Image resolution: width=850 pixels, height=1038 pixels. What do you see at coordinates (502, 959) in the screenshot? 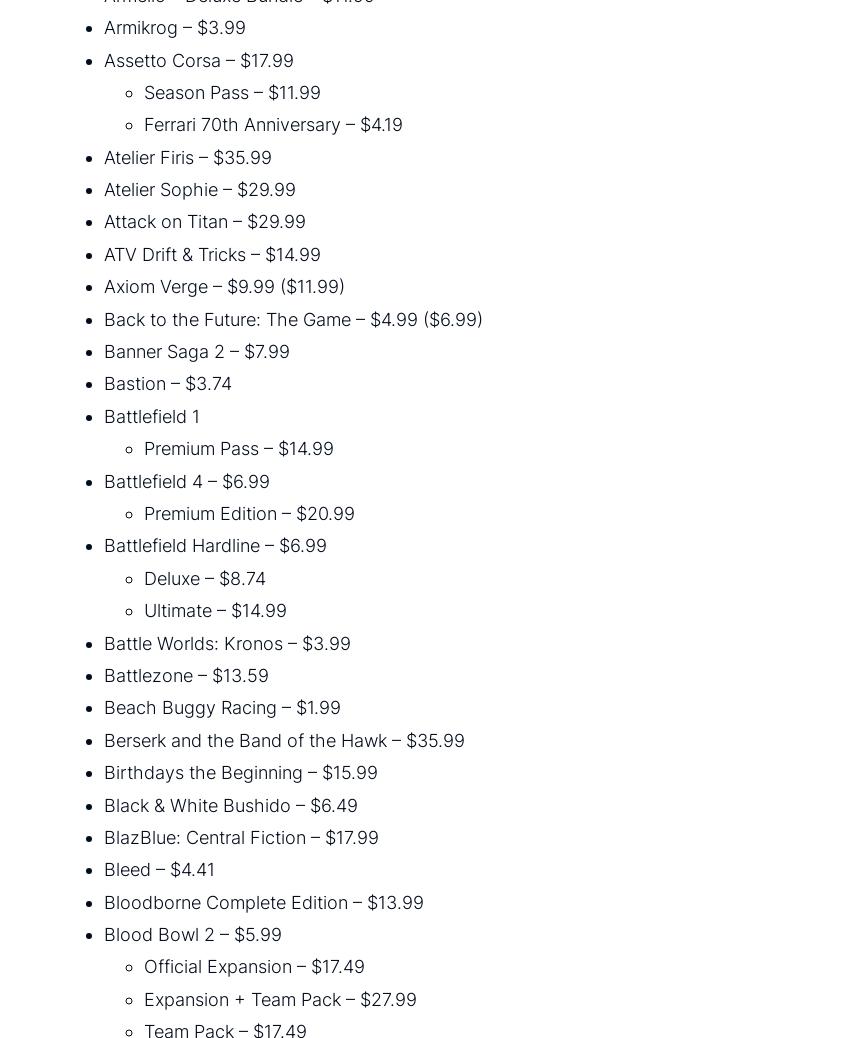
I see `'Privacy Policy'` at bounding box center [502, 959].